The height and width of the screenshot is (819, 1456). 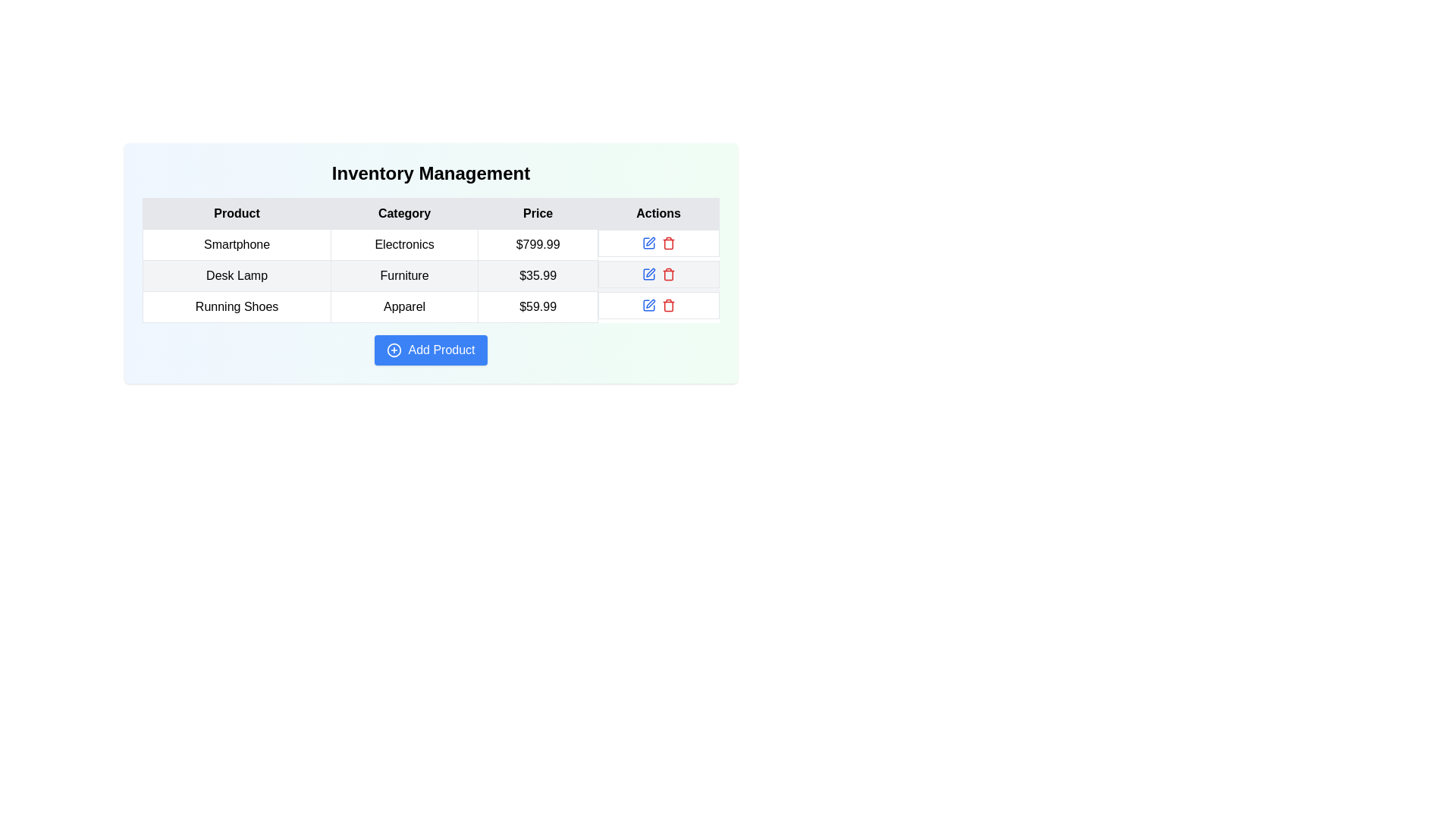 What do you see at coordinates (394, 350) in the screenshot?
I see `the icon on the left side of the 'Add Product' button` at bounding box center [394, 350].